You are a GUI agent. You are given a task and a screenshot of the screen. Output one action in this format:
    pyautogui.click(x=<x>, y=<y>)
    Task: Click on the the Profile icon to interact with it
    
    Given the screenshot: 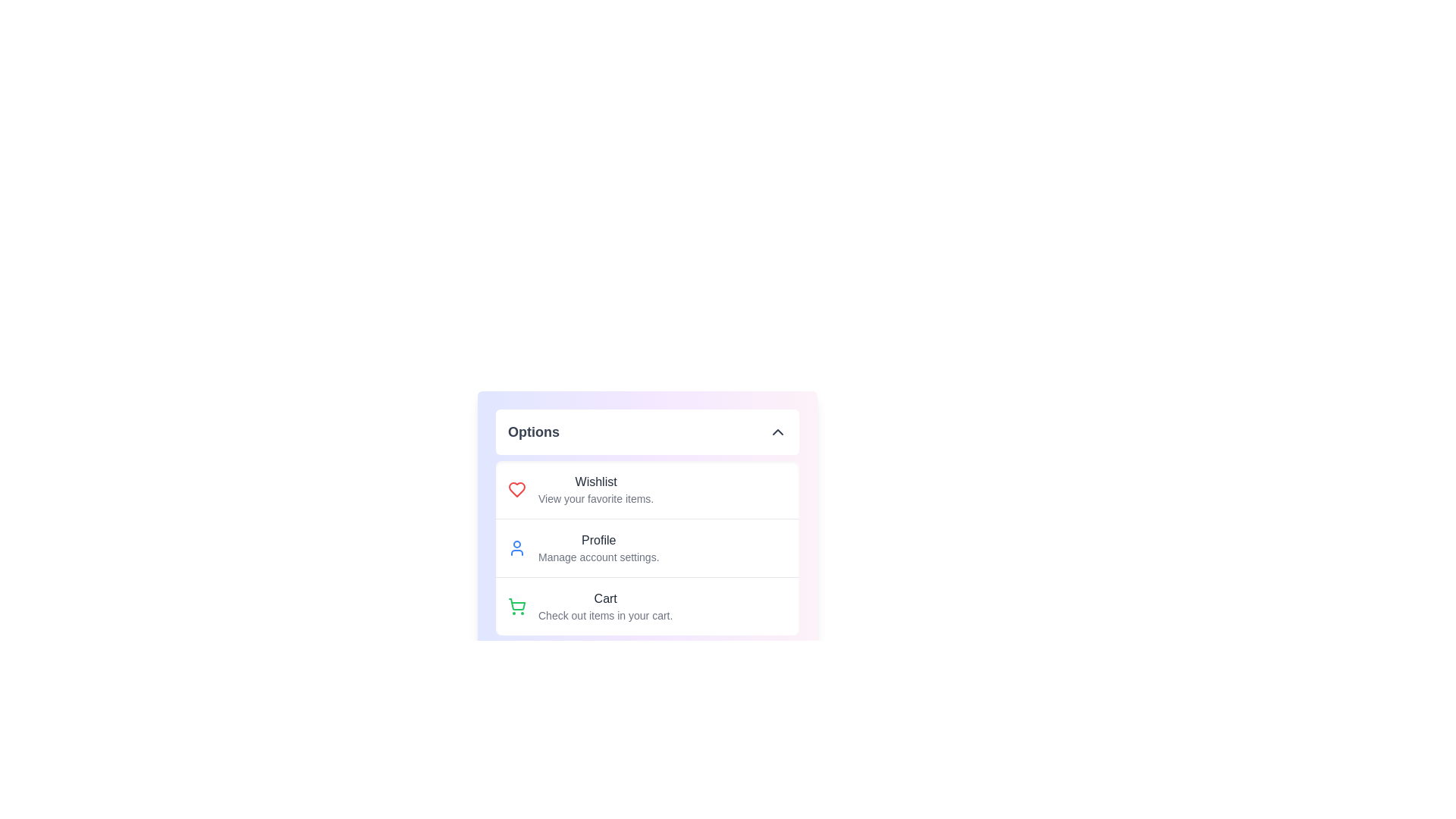 What is the action you would take?
    pyautogui.click(x=516, y=548)
    